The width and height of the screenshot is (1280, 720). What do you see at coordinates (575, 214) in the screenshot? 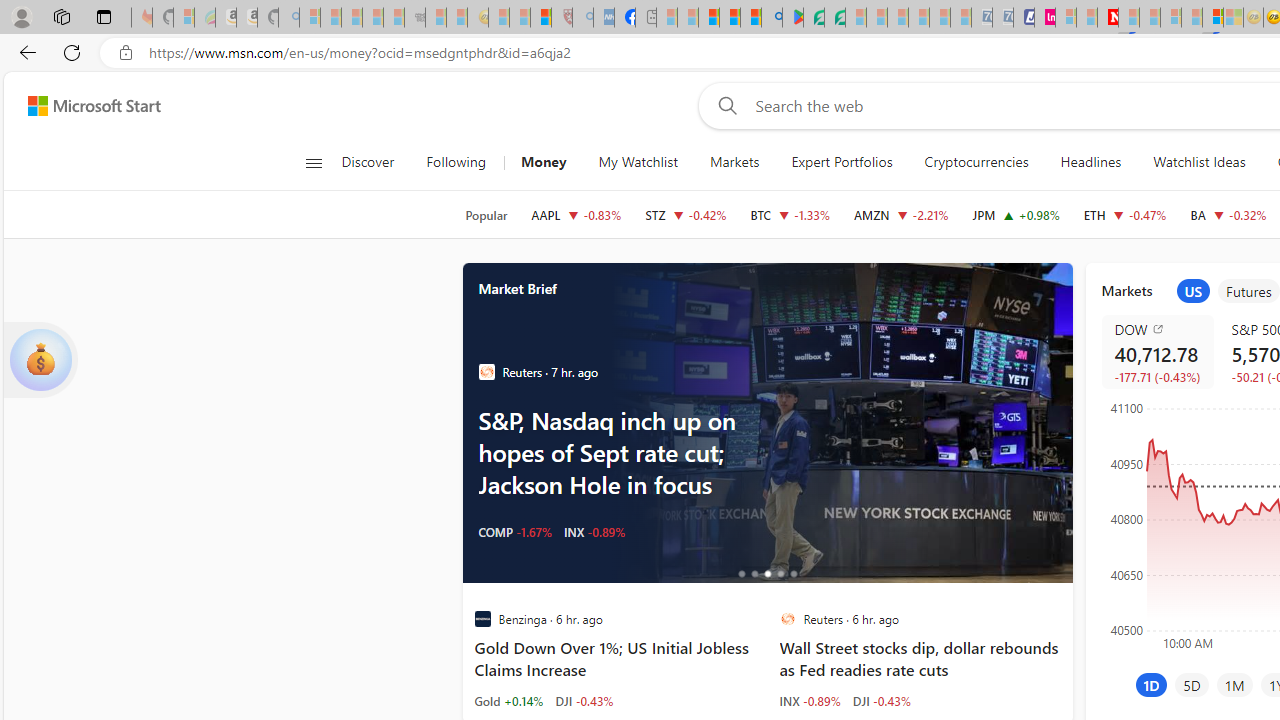
I see `'AAPL APPLE INC. decrease 224.53 -1.87 -0.83%'` at bounding box center [575, 214].